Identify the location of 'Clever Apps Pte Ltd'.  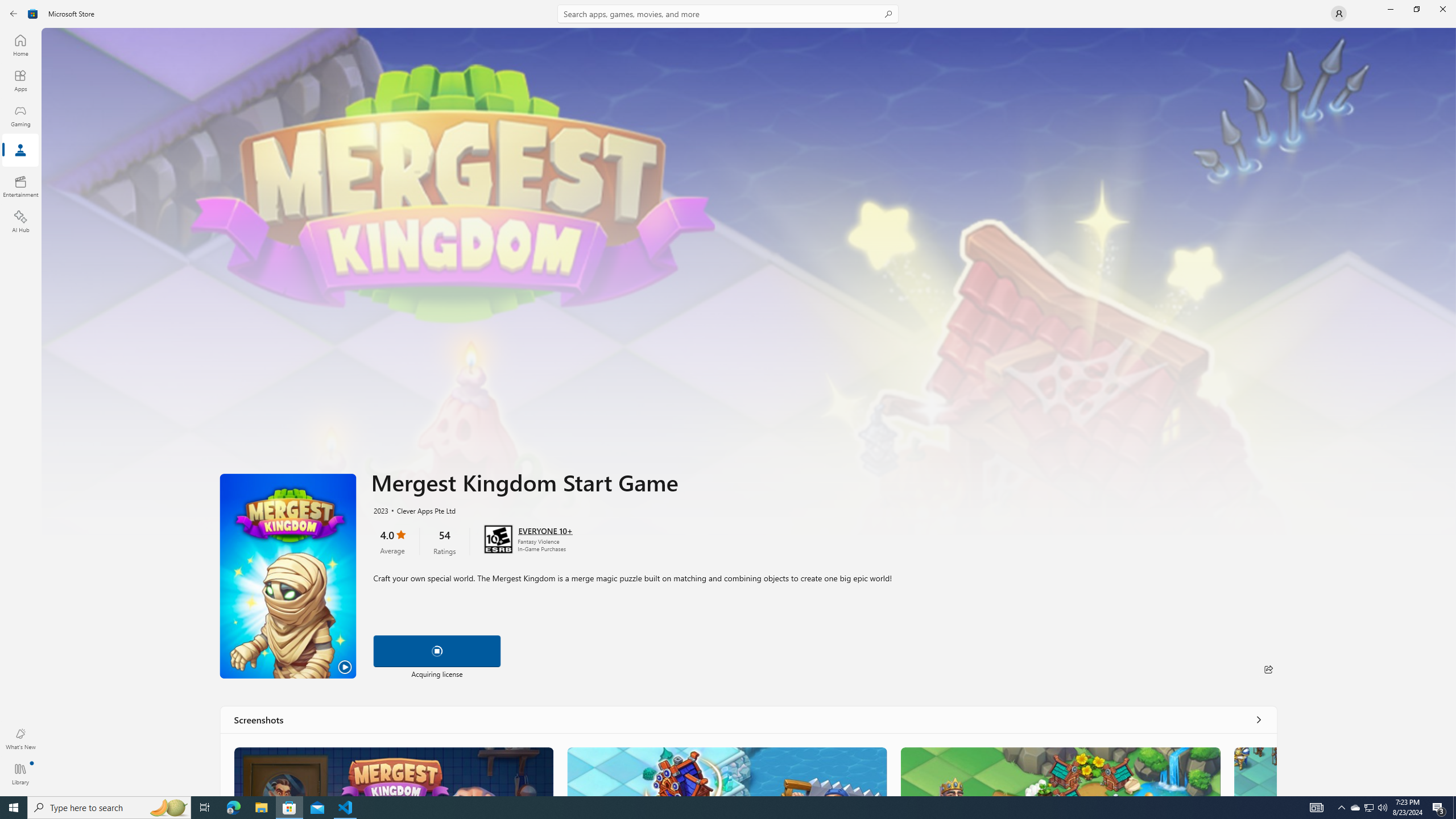
(420, 510).